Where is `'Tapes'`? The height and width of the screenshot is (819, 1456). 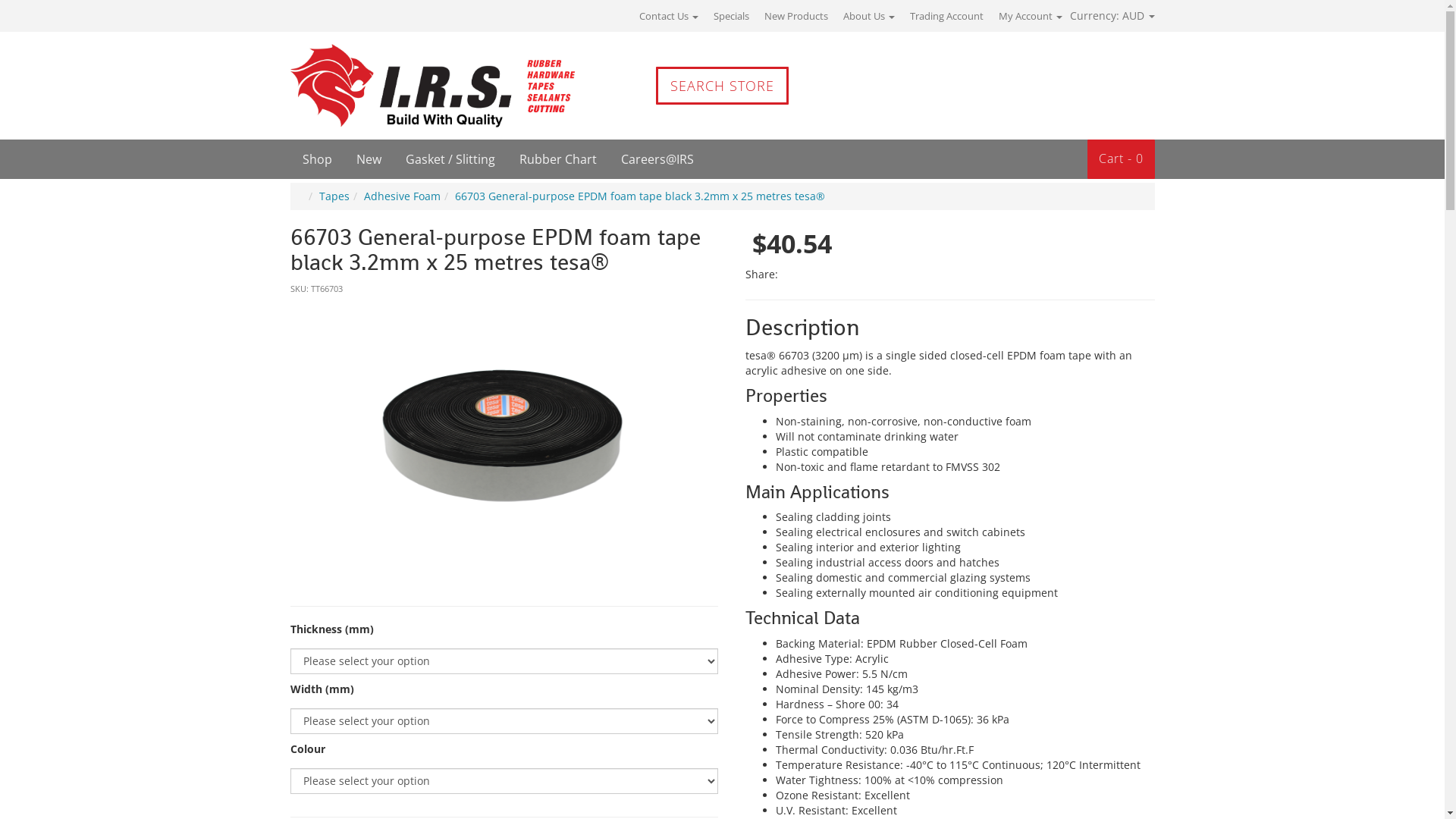 'Tapes' is located at coordinates (333, 195).